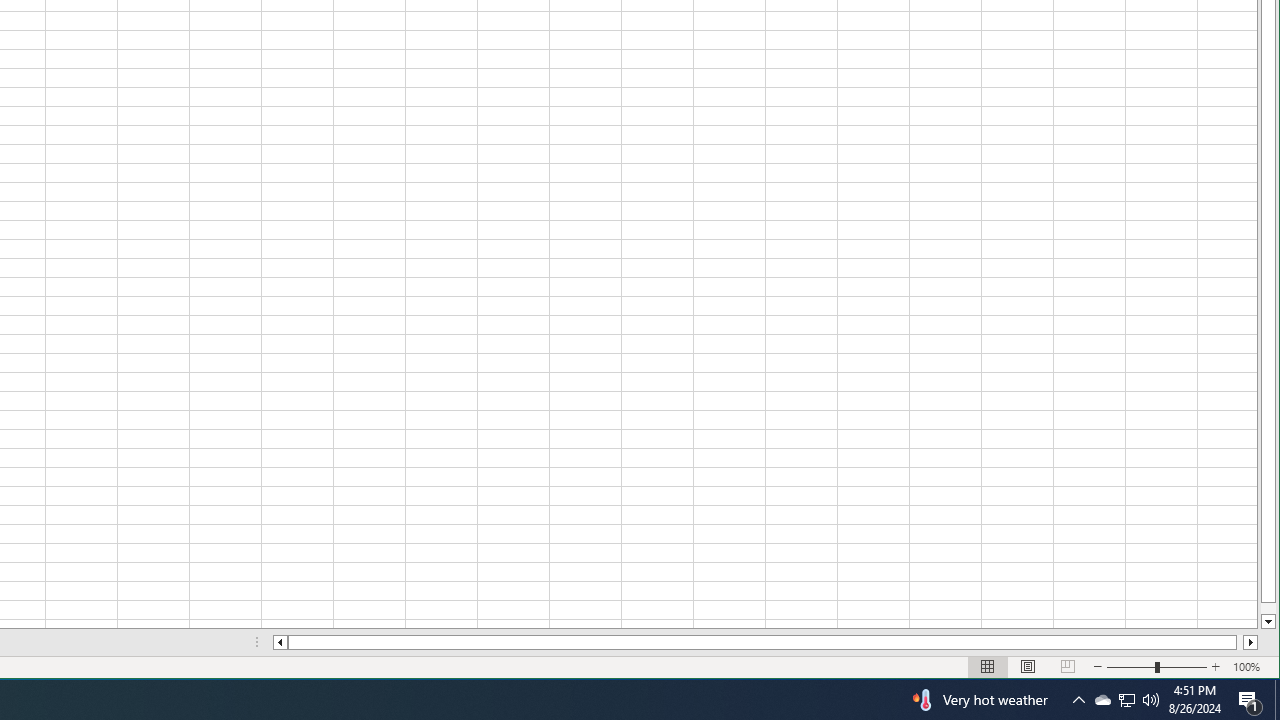 The image size is (1280, 720). What do you see at coordinates (978, 698) in the screenshot?
I see `'Very hot weather'` at bounding box center [978, 698].